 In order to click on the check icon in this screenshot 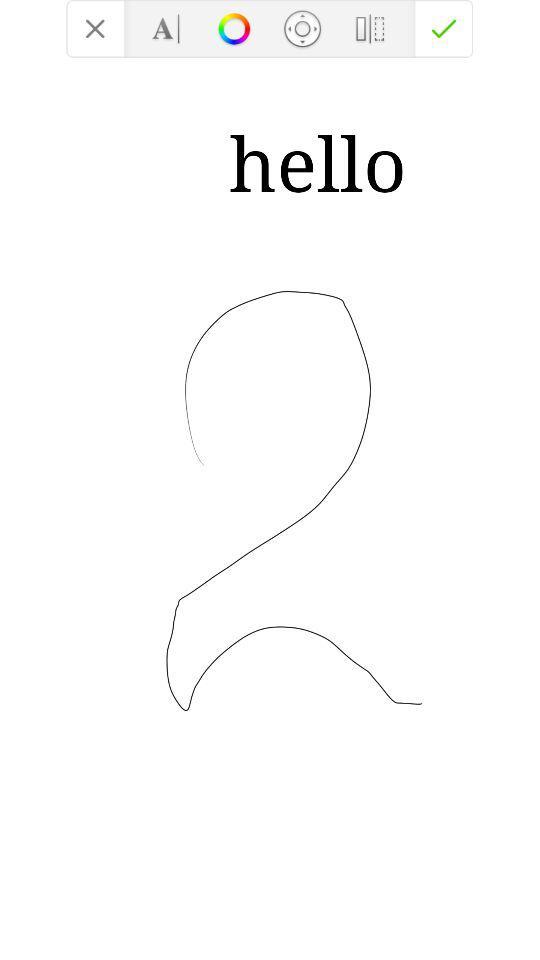, I will do `click(444, 27)`.